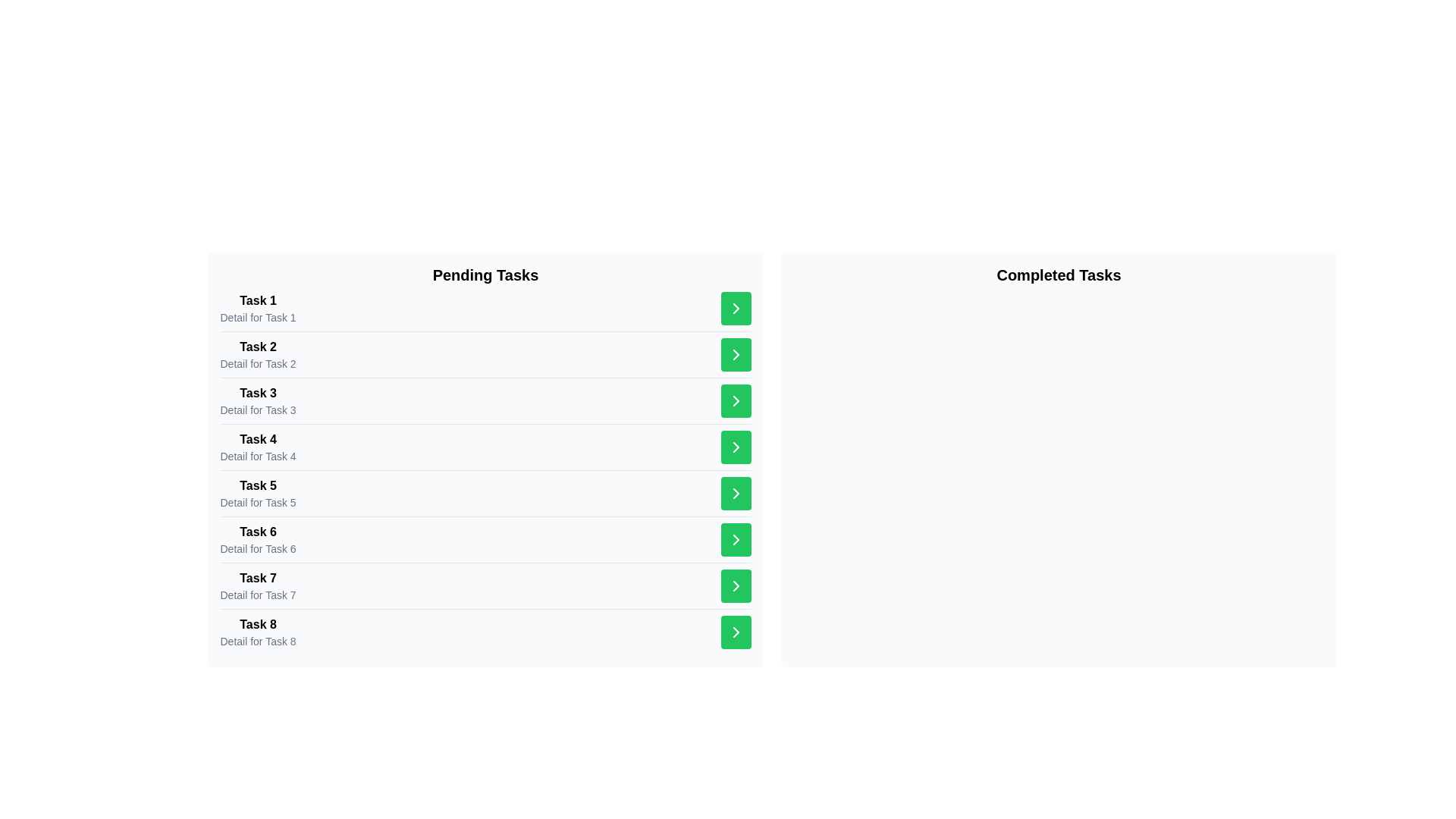 The image size is (1456, 819). Describe the element at coordinates (736, 632) in the screenshot. I see `the green button with a white arrow on the right side of the row labeled 'Task 8'` at that location.